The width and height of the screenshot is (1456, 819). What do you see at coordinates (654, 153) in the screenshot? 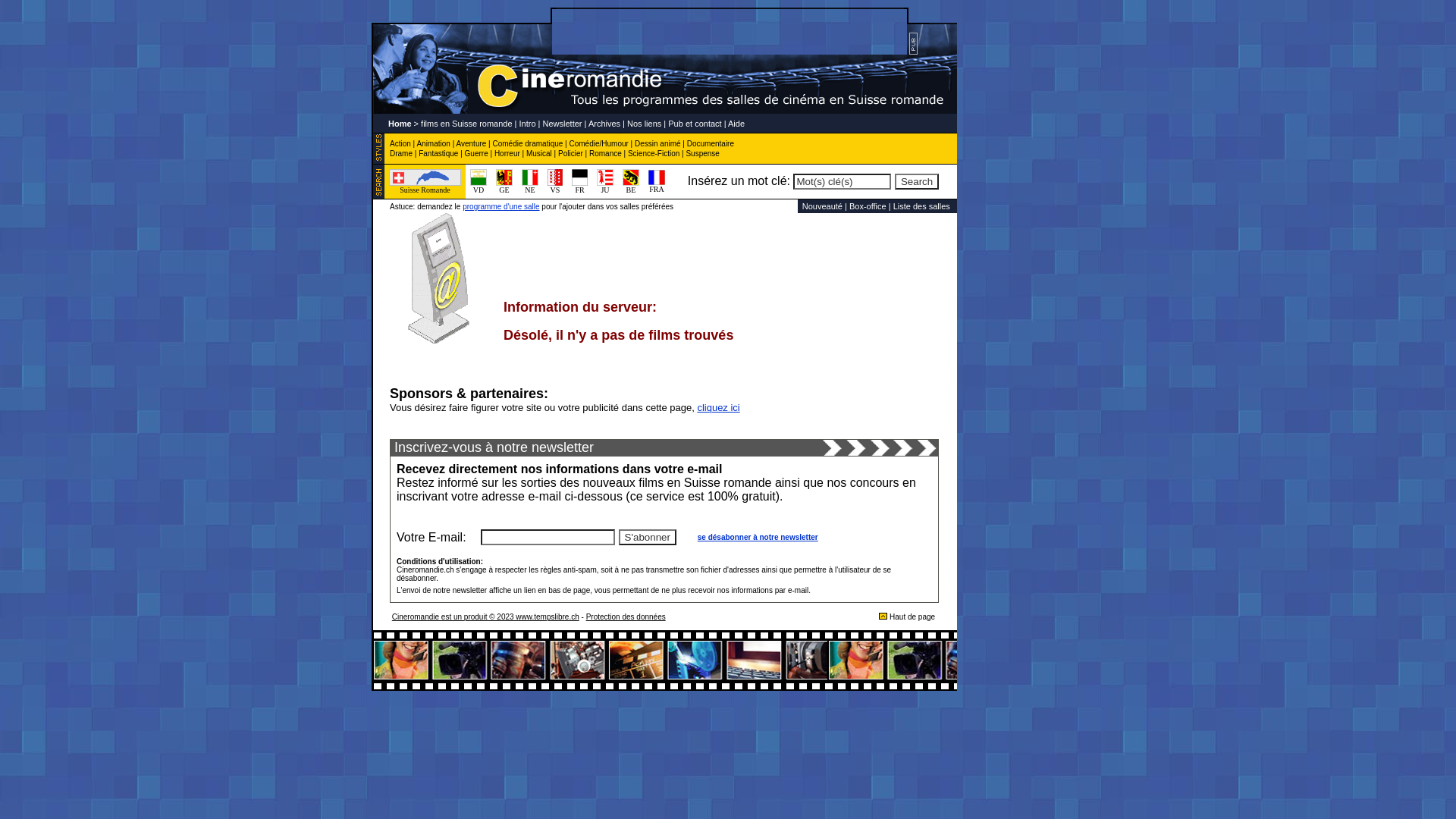
I see `'Science-Fiction'` at bounding box center [654, 153].